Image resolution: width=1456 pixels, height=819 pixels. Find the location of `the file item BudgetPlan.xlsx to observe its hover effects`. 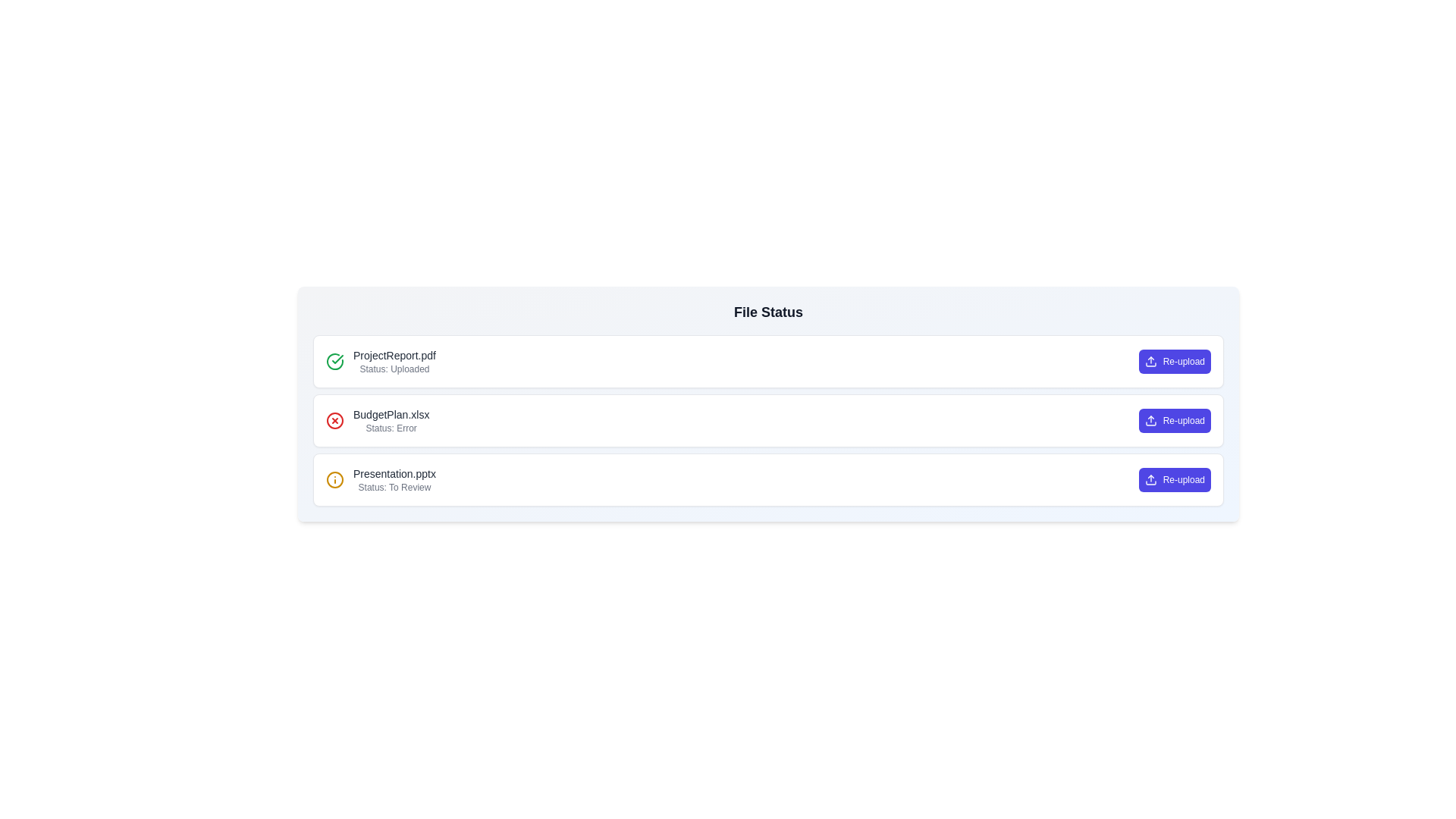

the file item BudgetPlan.xlsx to observe its hover effects is located at coordinates (768, 421).